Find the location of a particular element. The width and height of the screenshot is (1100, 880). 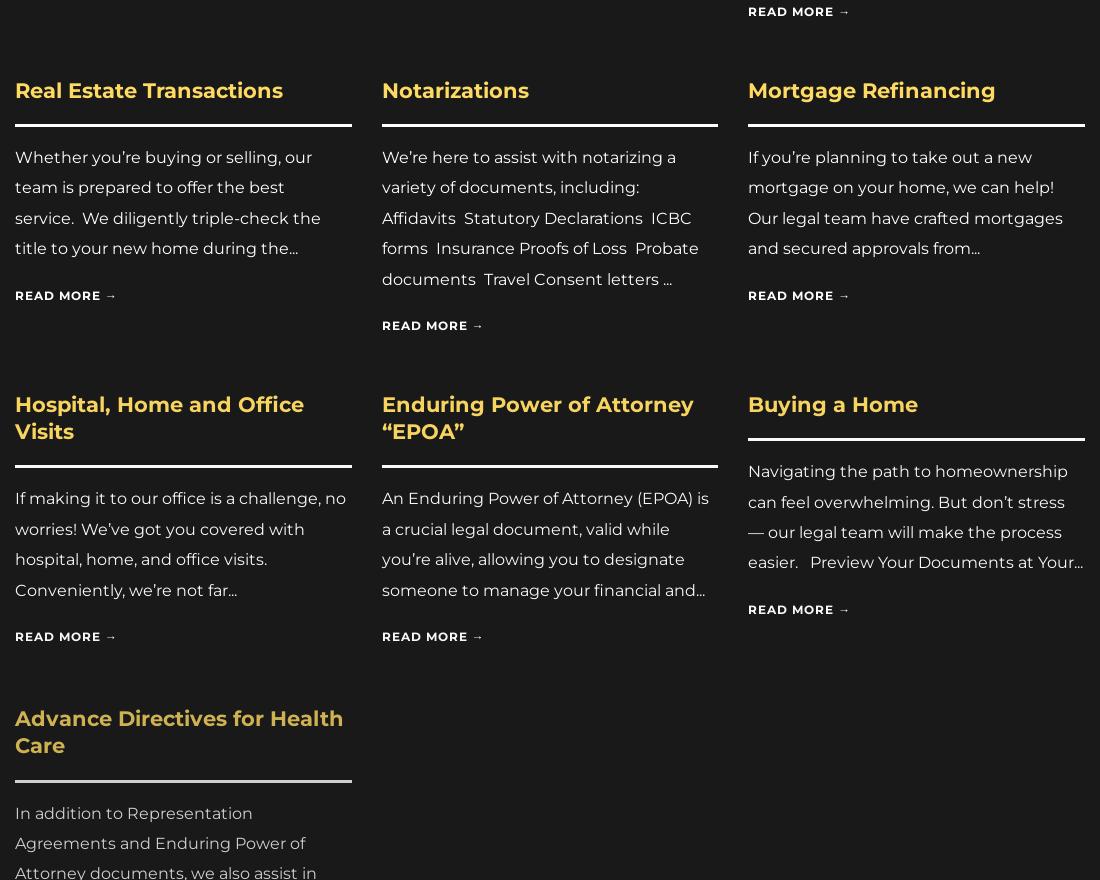

'Mortgage Refinancing' is located at coordinates (870, 88).